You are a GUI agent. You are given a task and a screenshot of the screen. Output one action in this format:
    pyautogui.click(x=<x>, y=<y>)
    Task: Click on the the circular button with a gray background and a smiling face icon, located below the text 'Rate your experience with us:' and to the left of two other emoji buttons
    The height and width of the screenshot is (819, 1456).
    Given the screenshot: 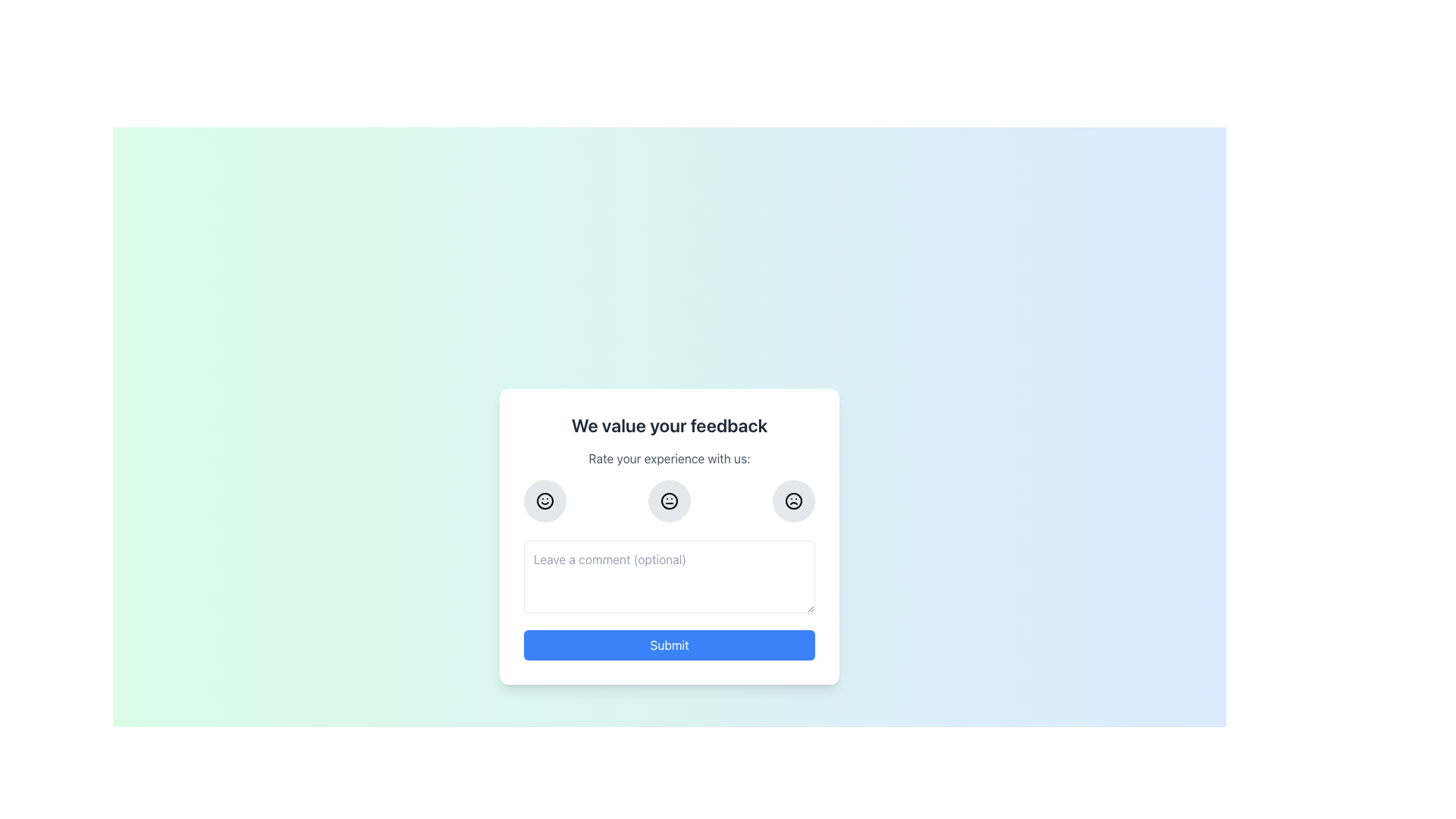 What is the action you would take?
    pyautogui.click(x=545, y=500)
    